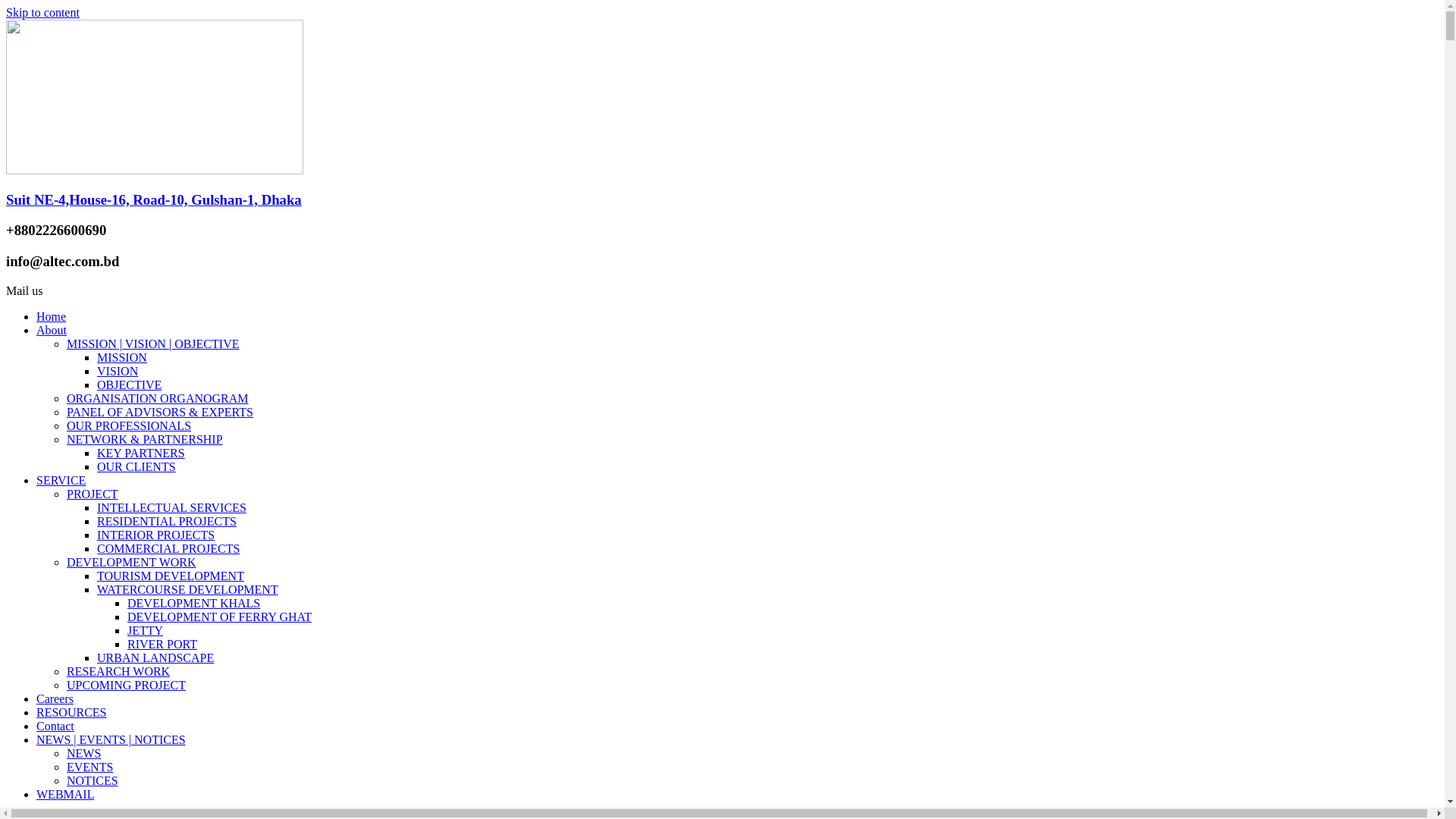 This screenshot has height=819, width=1456. Describe the element at coordinates (91, 494) in the screenshot. I see `'PROJECT'` at that location.